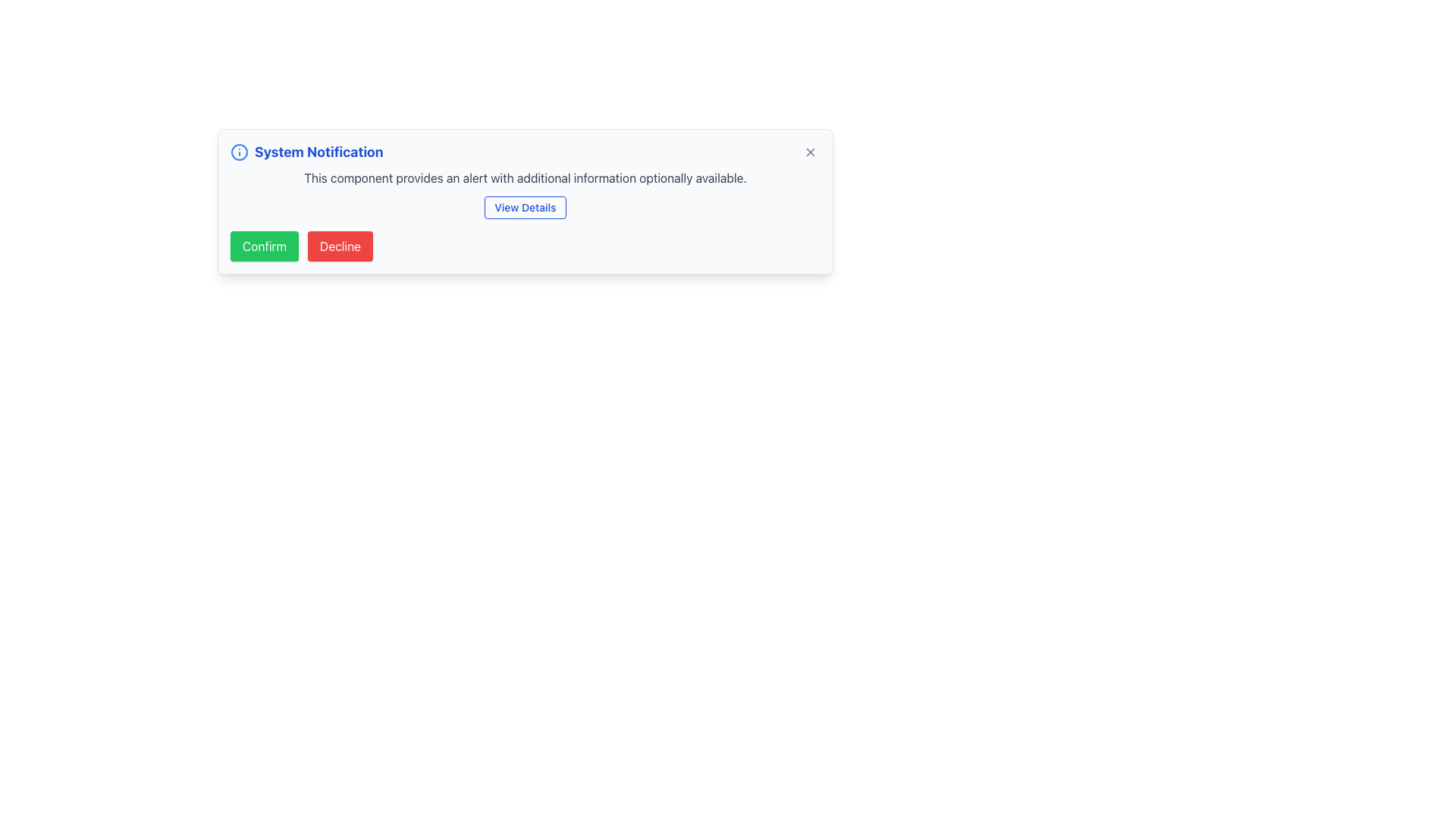 This screenshot has width=1456, height=819. What do you see at coordinates (810, 152) in the screenshot?
I see `the close button located at the far right of the 'System Notification' header` at bounding box center [810, 152].